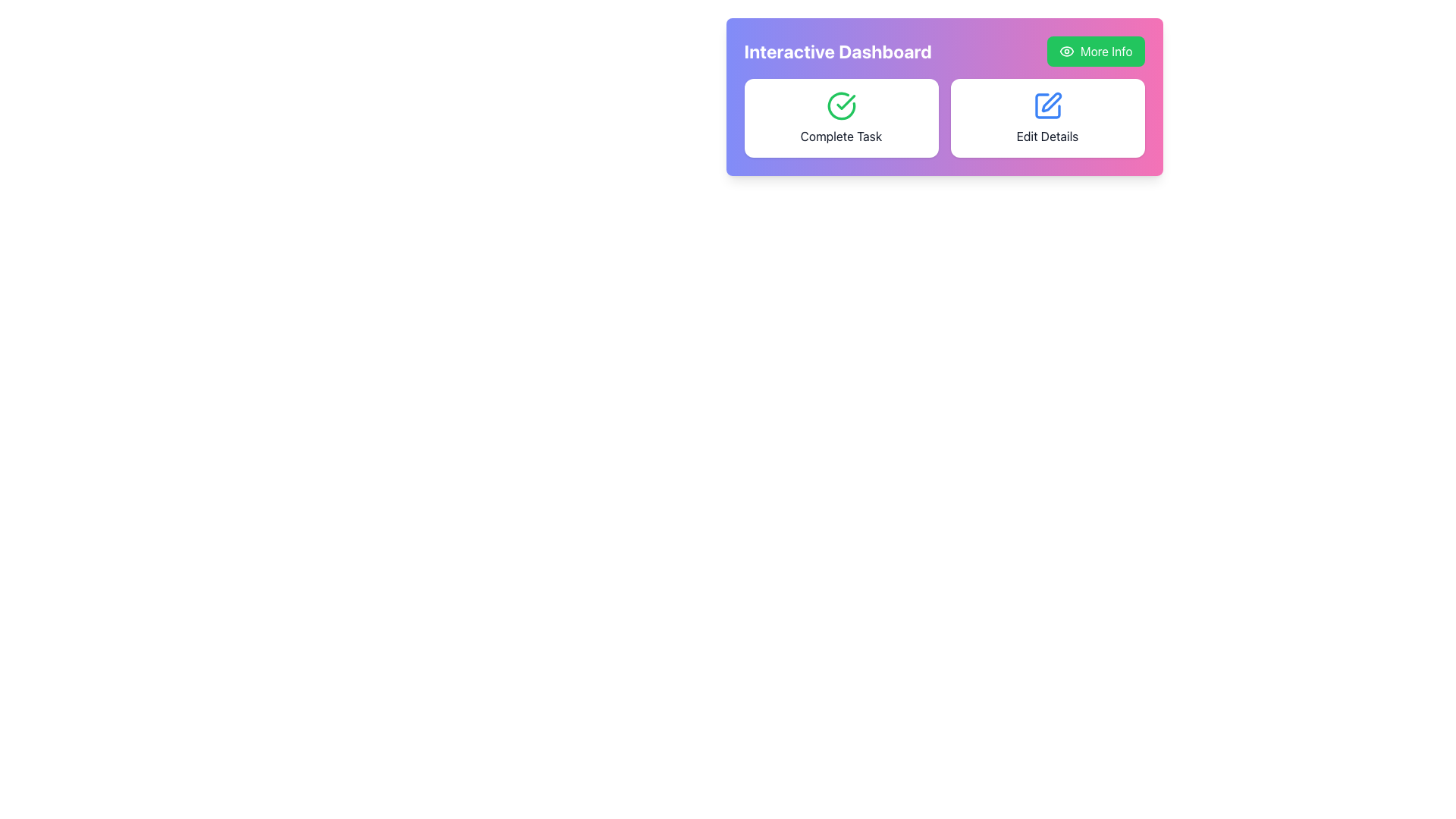 The image size is (1456, 819). I want to click on the outlined square icon styled in blue that is part of the 'Edit Details' button on the right-hand side of the user interface, so click(1046, 105).